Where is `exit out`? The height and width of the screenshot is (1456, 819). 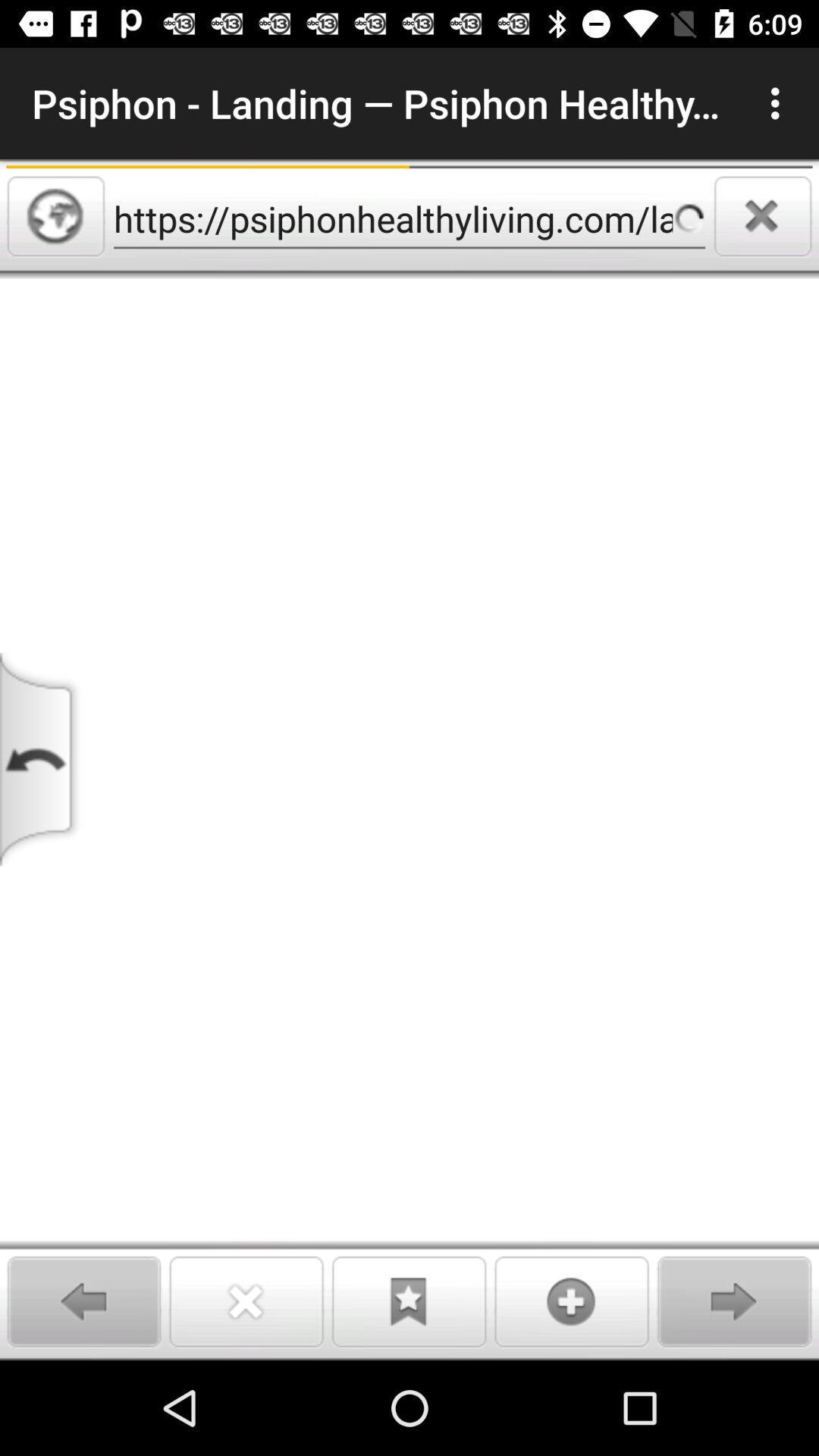 exit out is located at coordinates (763, 215).